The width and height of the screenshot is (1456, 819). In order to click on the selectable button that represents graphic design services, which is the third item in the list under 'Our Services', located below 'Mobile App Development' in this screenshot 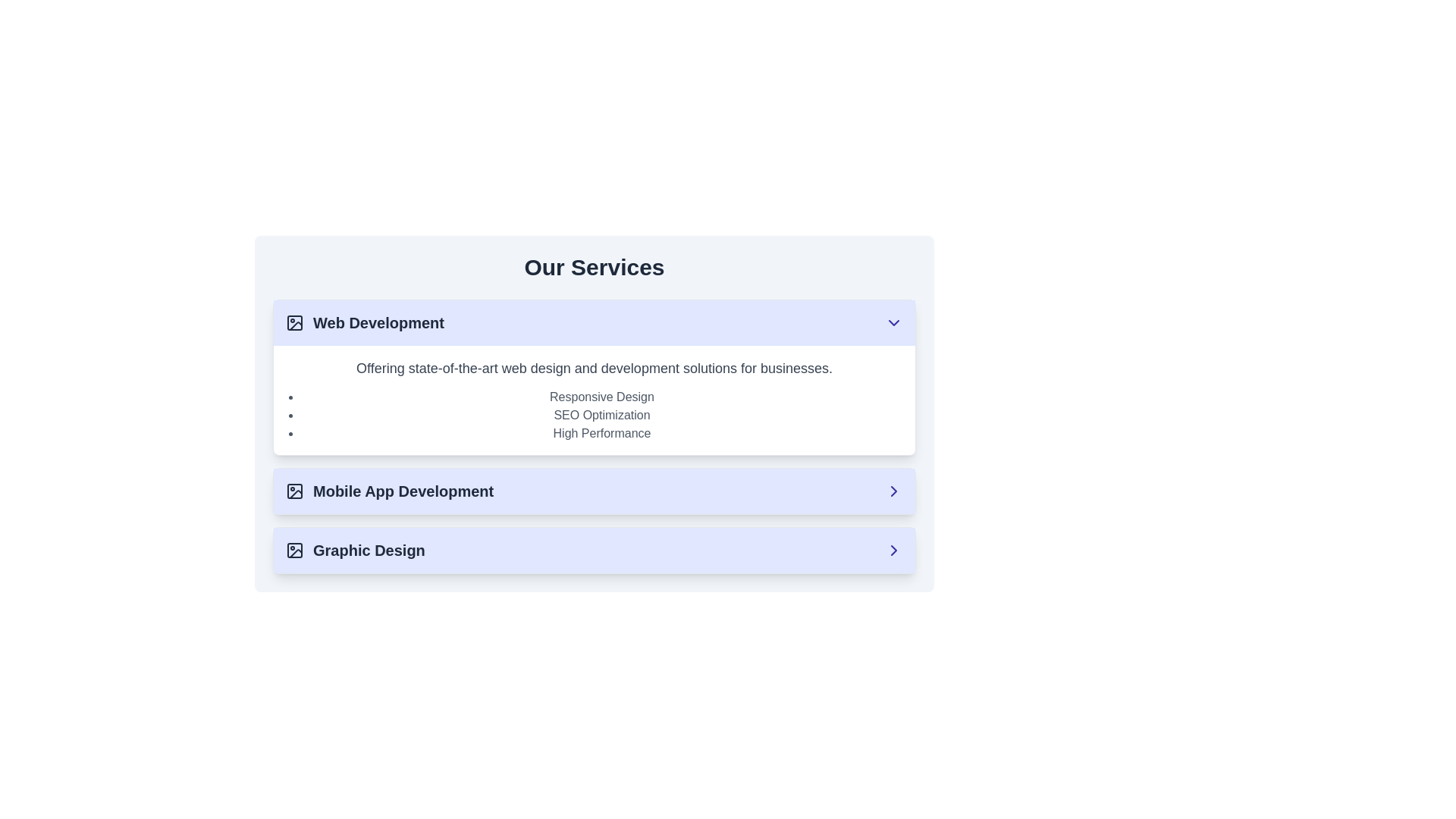, I will do `click(593, 550)`.